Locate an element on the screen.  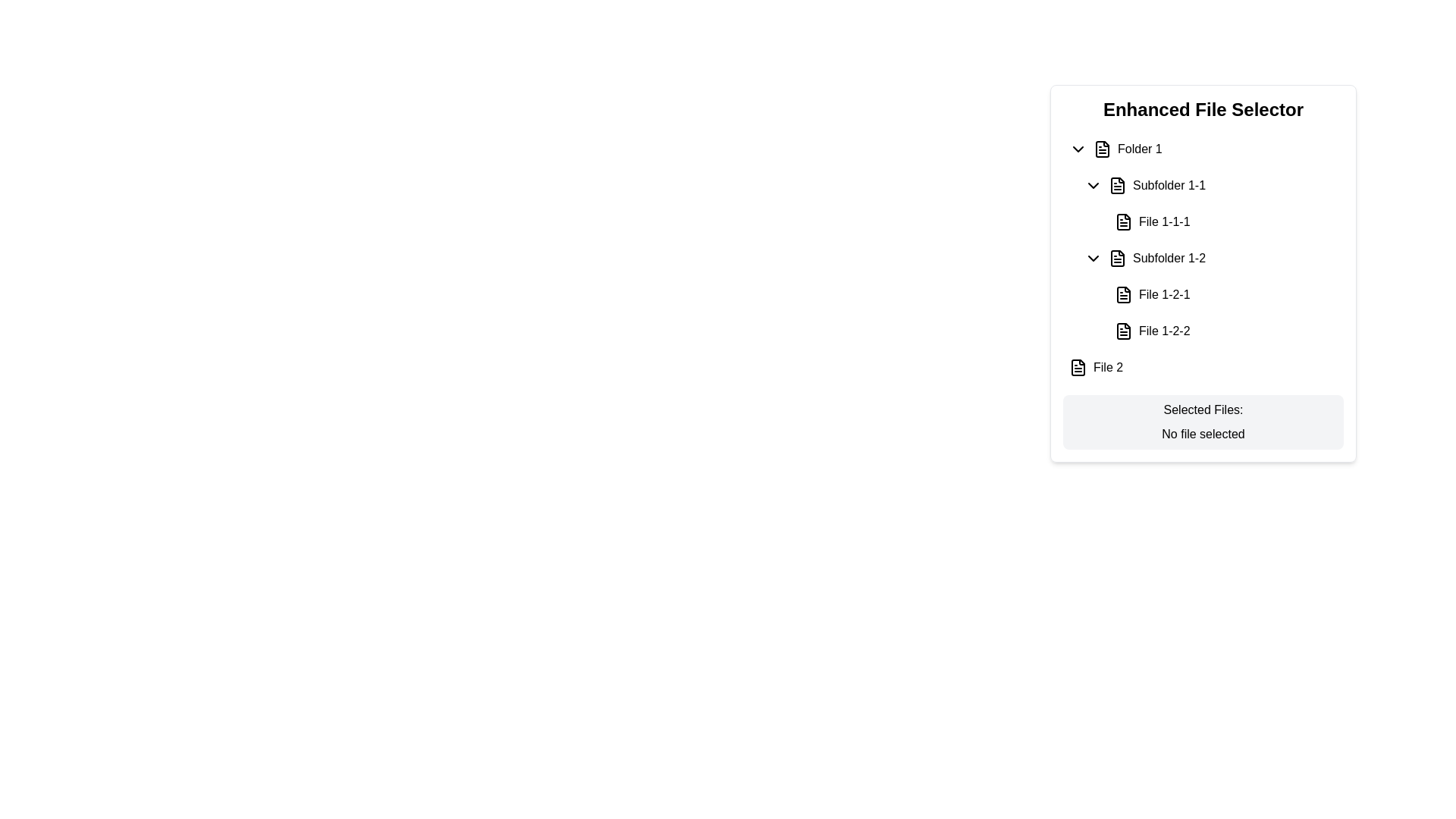
to select the file named 'File 1-2-2' in the 'Subfolder 1-2' section of the file selector interface is located at coordinates (1210, 330).